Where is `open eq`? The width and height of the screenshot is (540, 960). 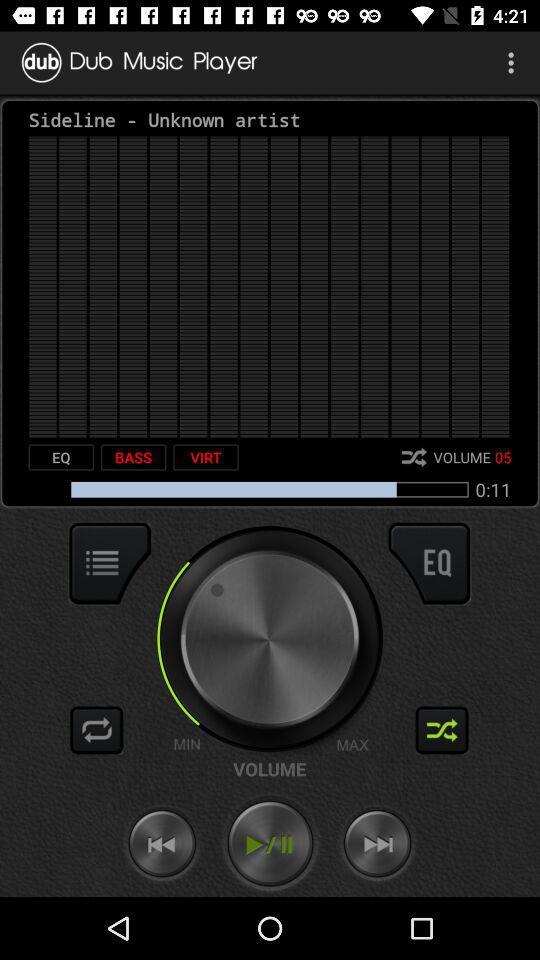 open eq is located at coordinates (428, 563).